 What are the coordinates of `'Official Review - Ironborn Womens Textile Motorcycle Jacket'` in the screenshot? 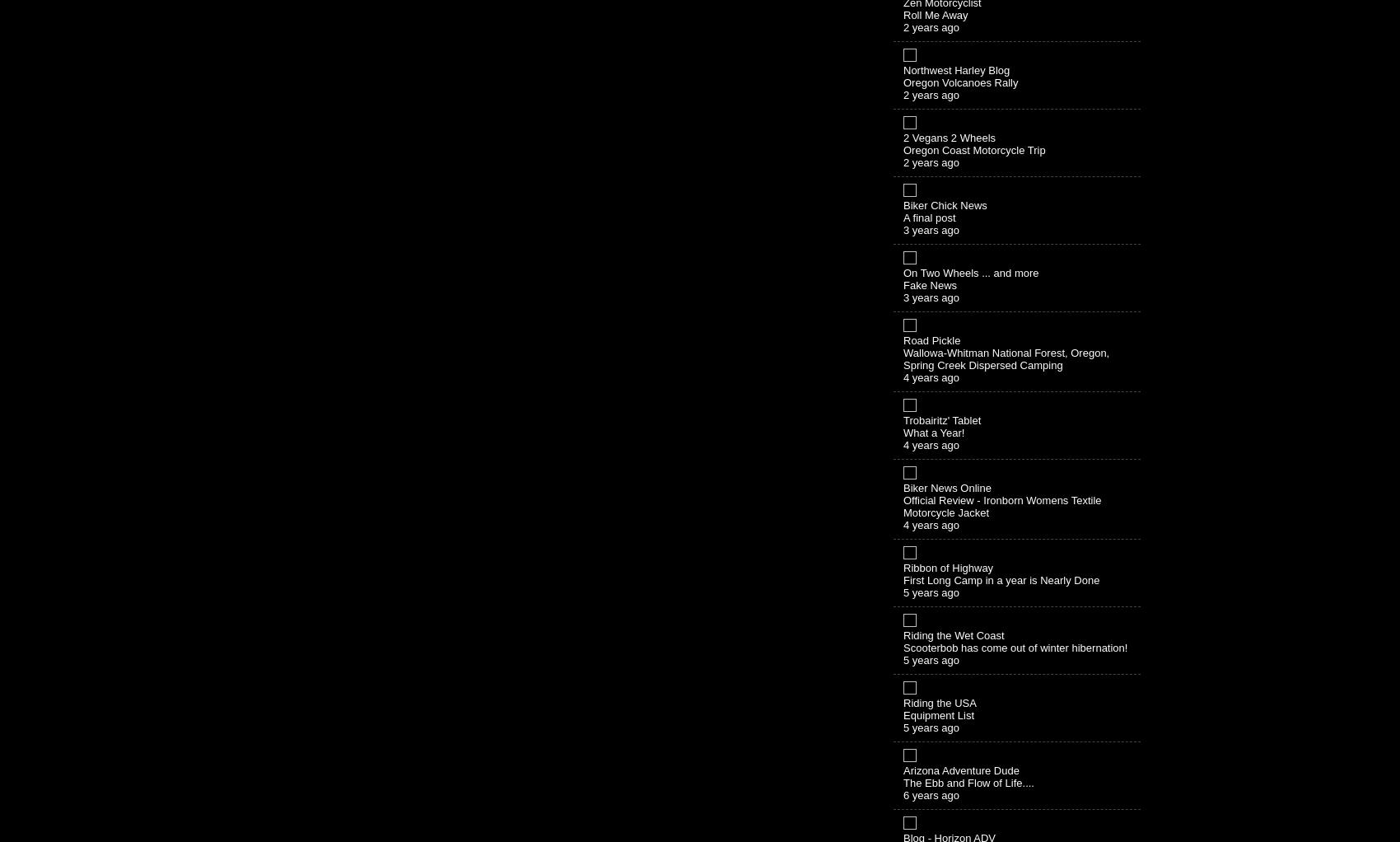 It's located at (1001, 505).